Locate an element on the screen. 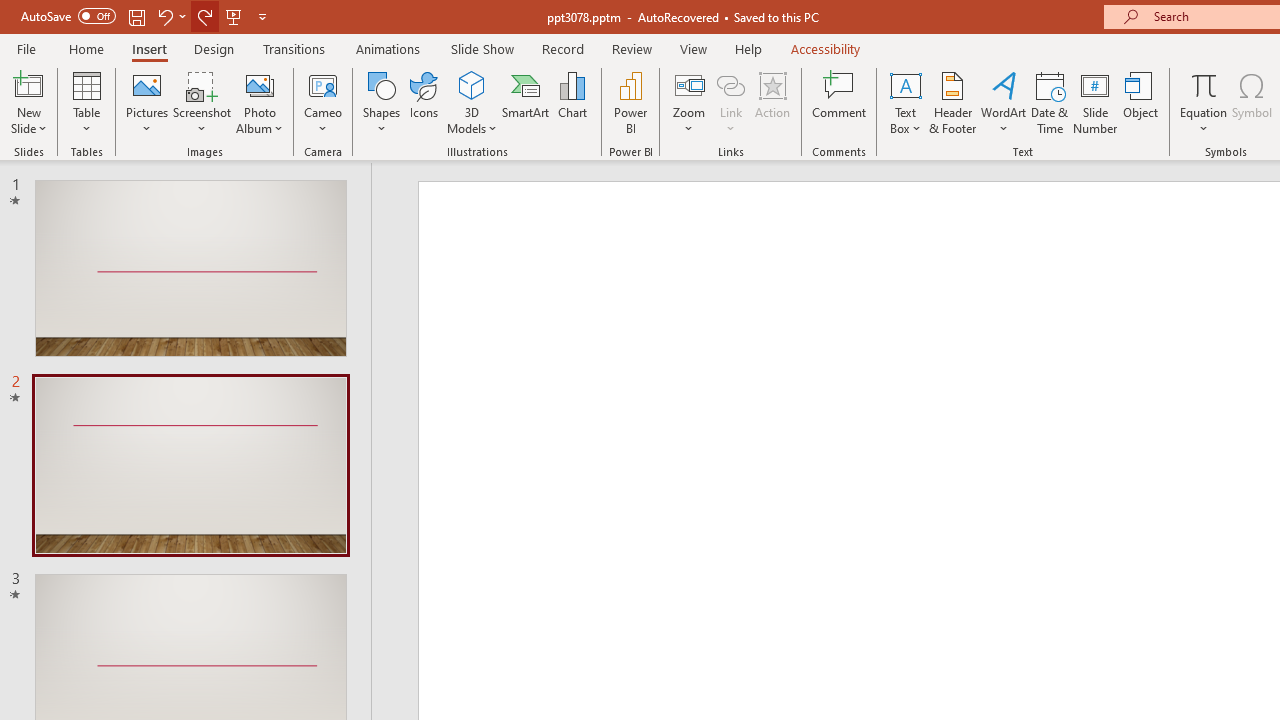 Image resolution: width=1280 pixels, height=720 pixels. 'Table' is located at coordinates (86, 103).